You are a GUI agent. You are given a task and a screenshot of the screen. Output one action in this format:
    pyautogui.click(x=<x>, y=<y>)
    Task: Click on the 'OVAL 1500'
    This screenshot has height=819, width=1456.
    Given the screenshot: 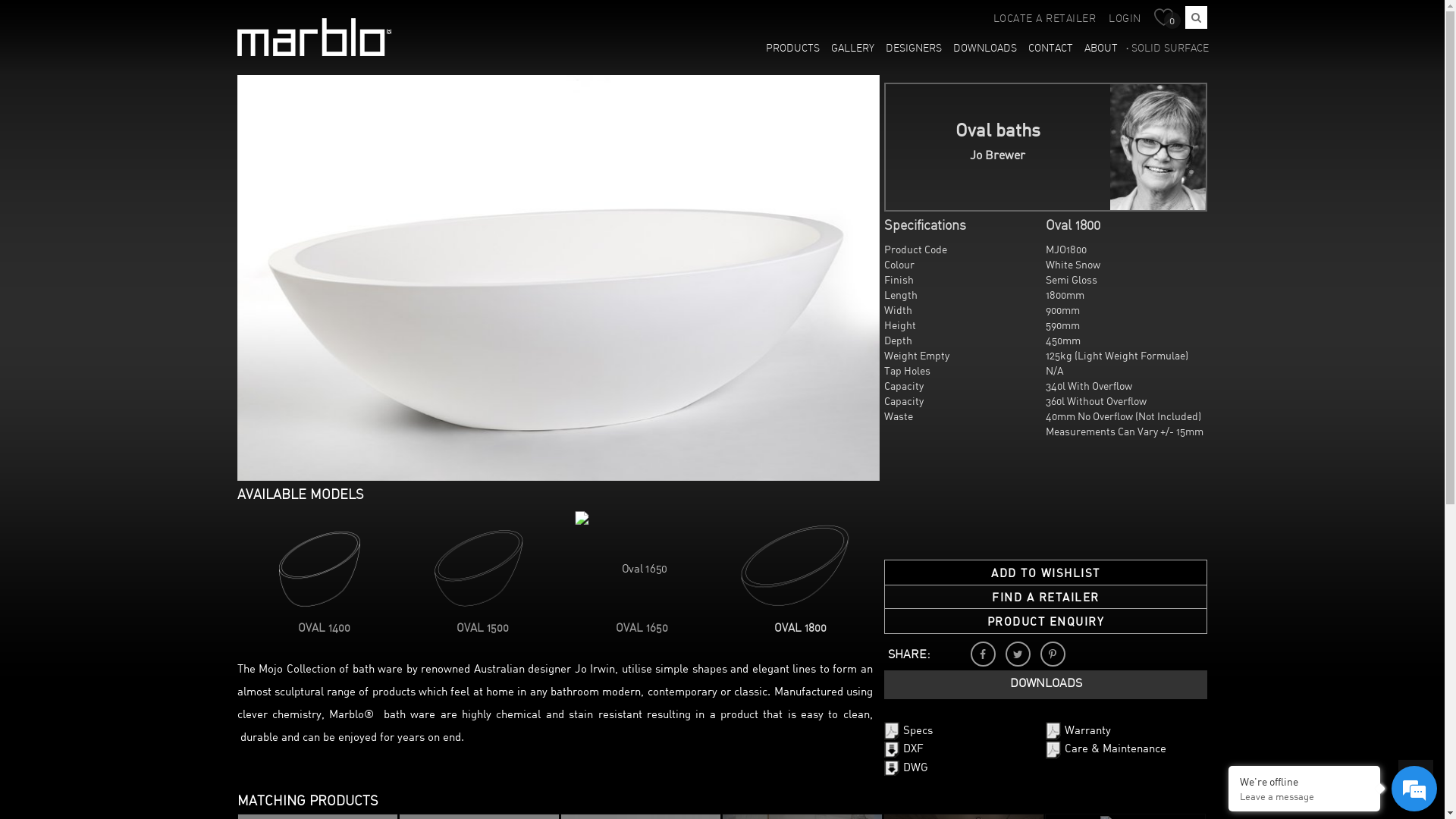 What is the action you would take?
    pyautogui.click(x=482, y=629)
    